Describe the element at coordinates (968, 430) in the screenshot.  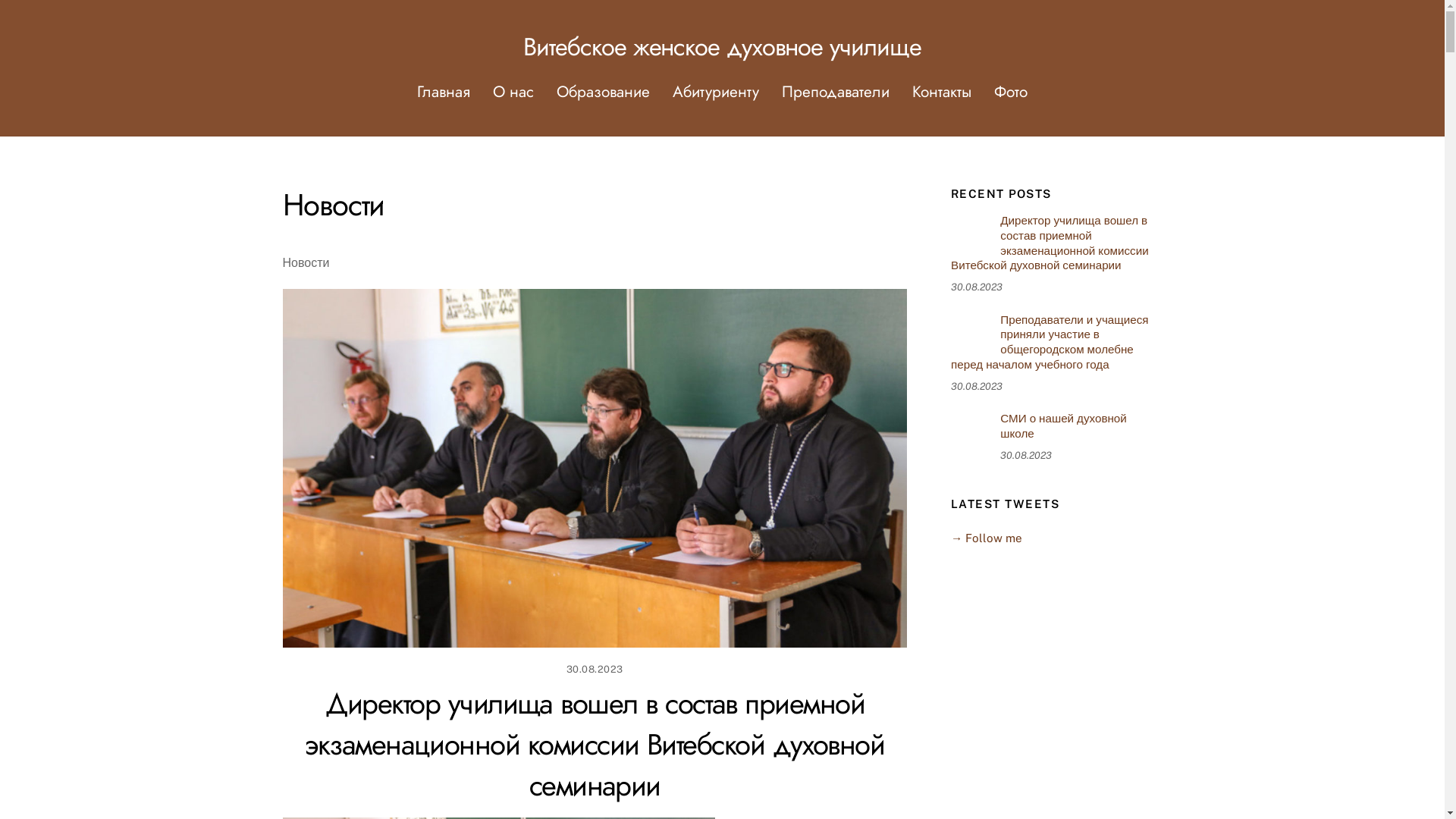
I see `'https://gorodvitebsk.by/'` at that location.